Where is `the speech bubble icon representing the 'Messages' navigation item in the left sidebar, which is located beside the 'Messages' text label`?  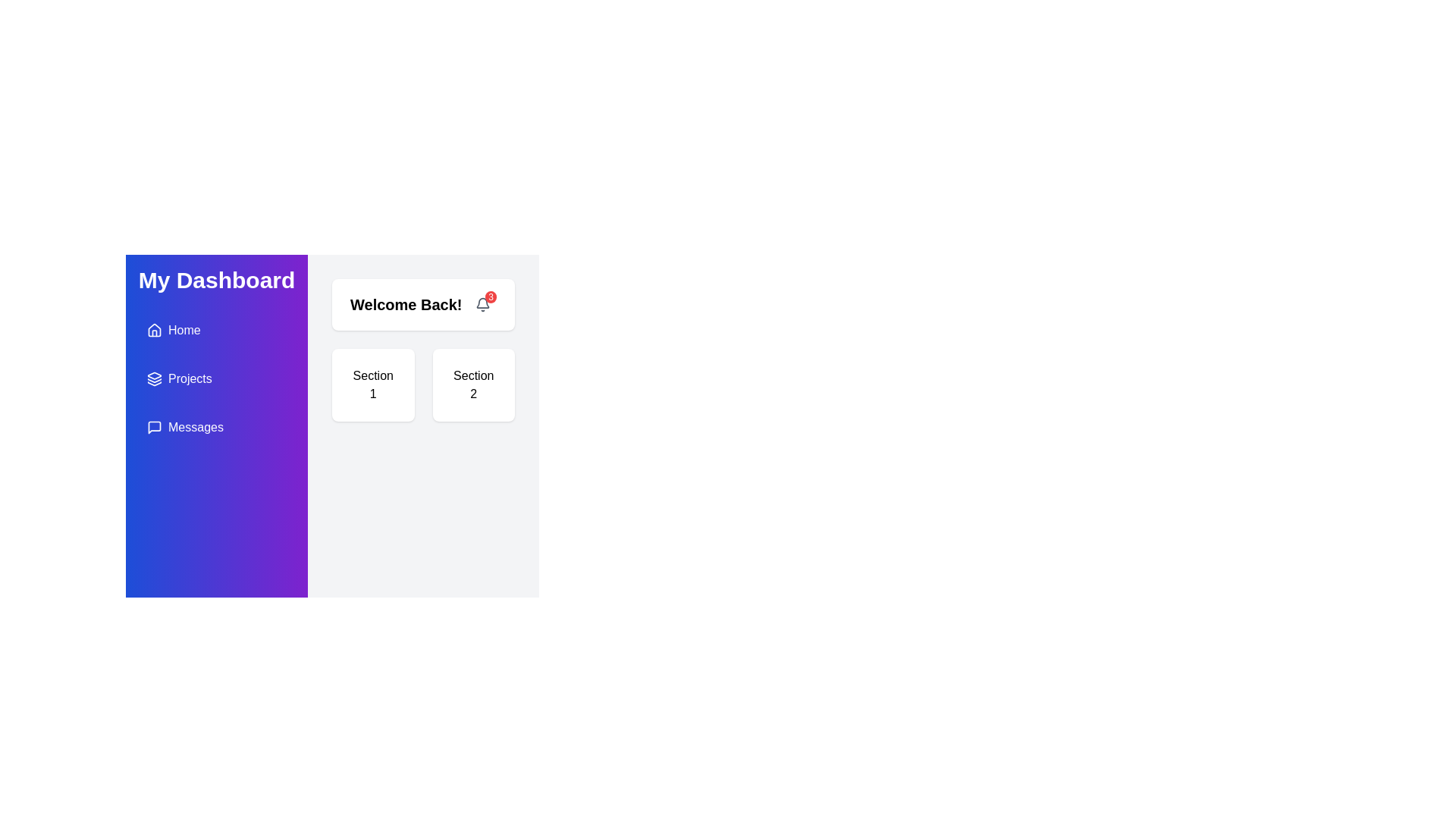
the speech bubble icon representing the 'Messages' navigation item in the left sidebar, which is located beside the 'Messages' text label is located at coordinates (154, 427).